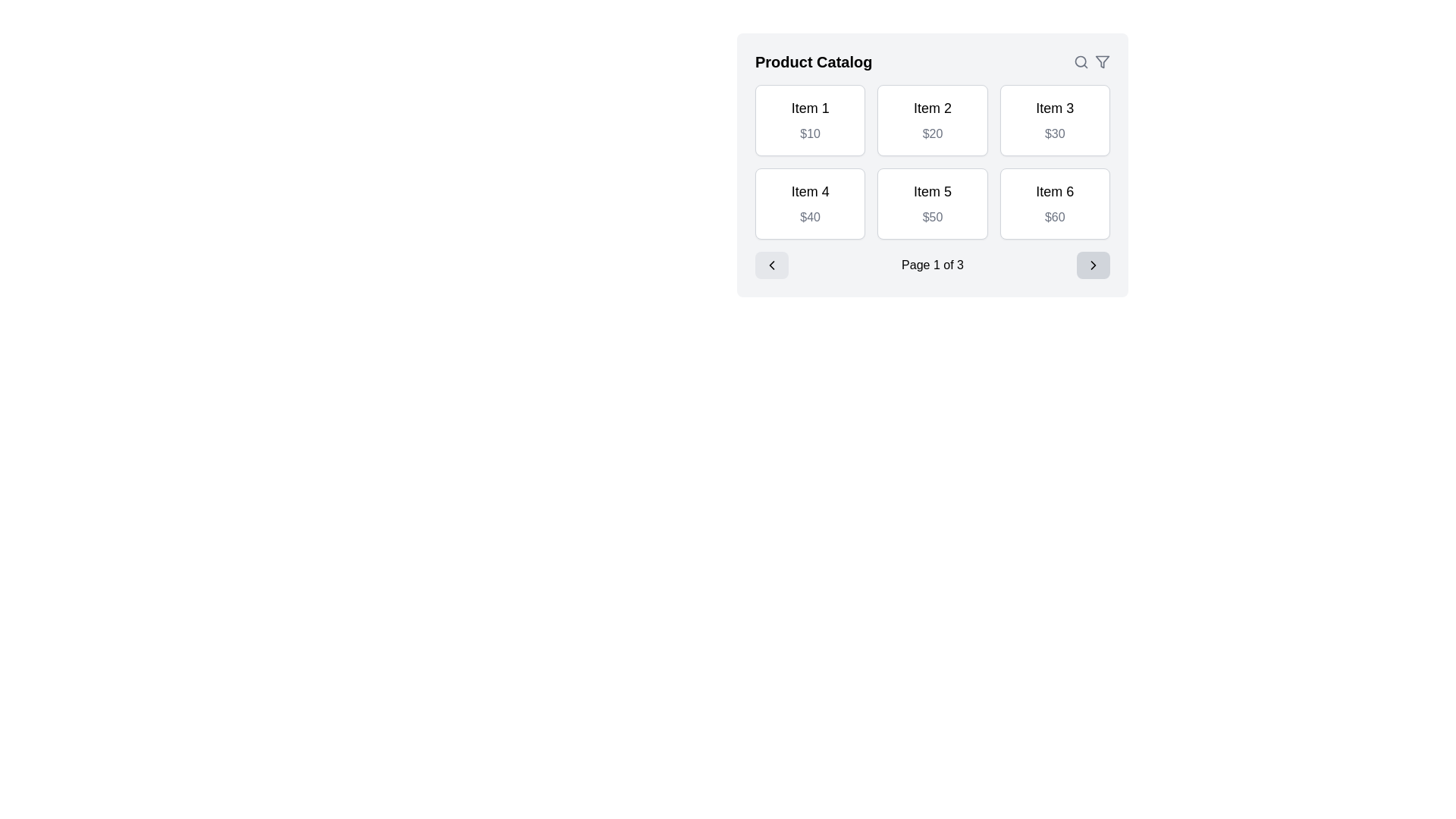  What do you see at coordinates (1103, 61) in the screenshot?
I see `the funnel-shaped filter icon located to the right of the search icon at the top-right corner of the interface` at bounding box center [1103, 61].